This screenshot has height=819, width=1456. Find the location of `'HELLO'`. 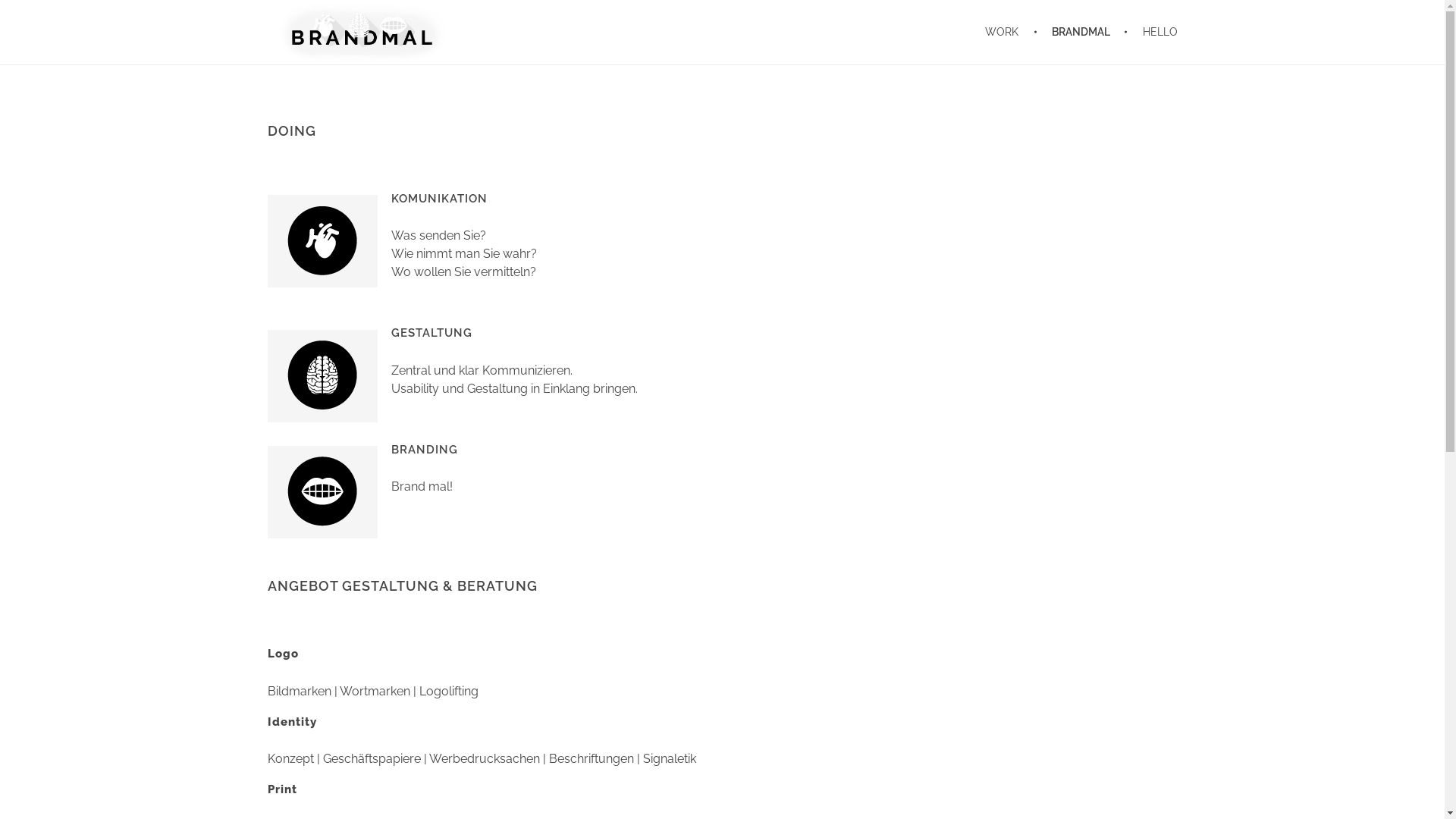

'HELLO' is located at coordinates (1153, 32).